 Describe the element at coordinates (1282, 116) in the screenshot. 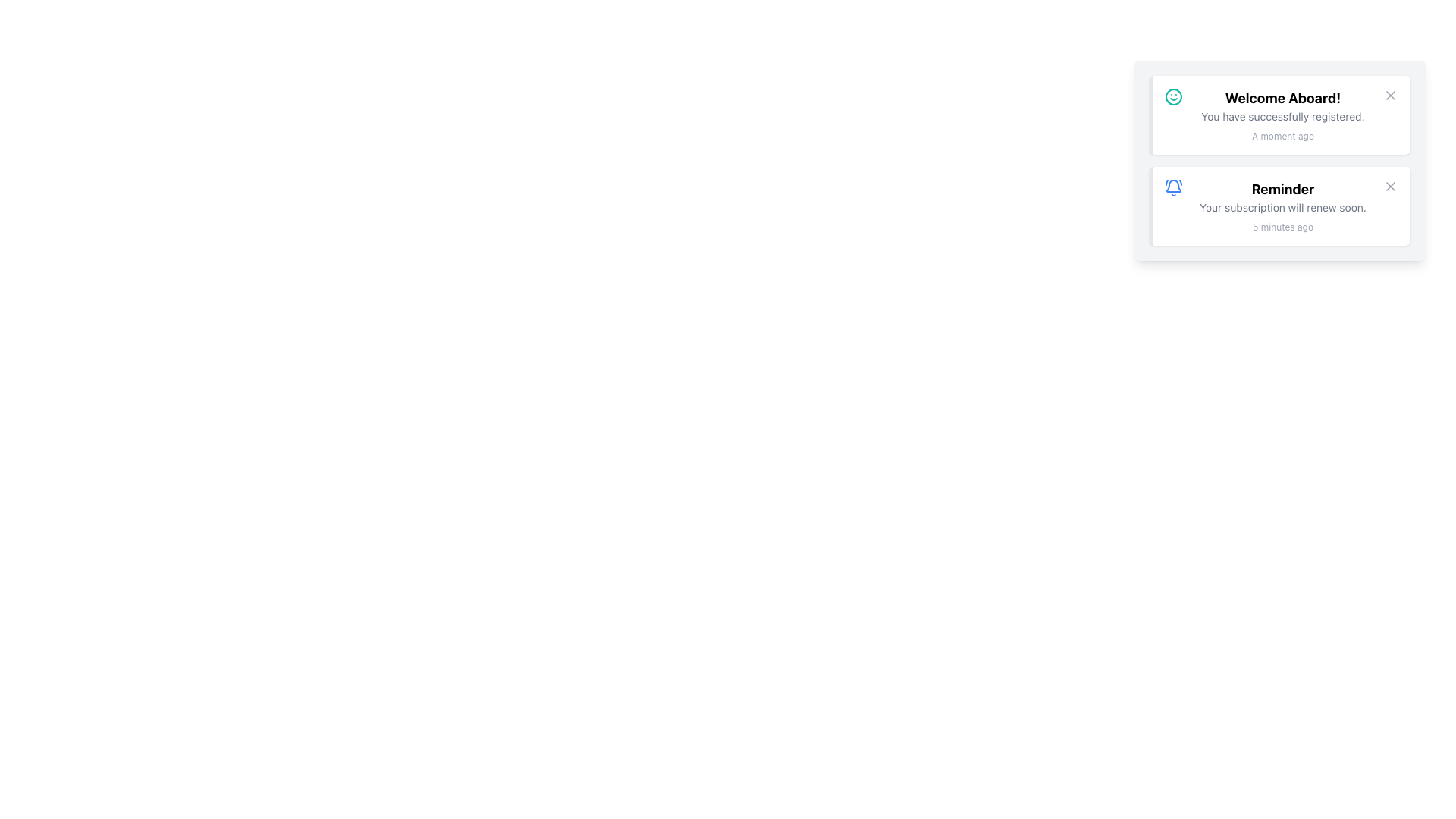

I see `text label displaying 'You have successfully registered.' which is styled in gray and positioned below the header 'Welcome Aboard!' within the notification card` at that location.